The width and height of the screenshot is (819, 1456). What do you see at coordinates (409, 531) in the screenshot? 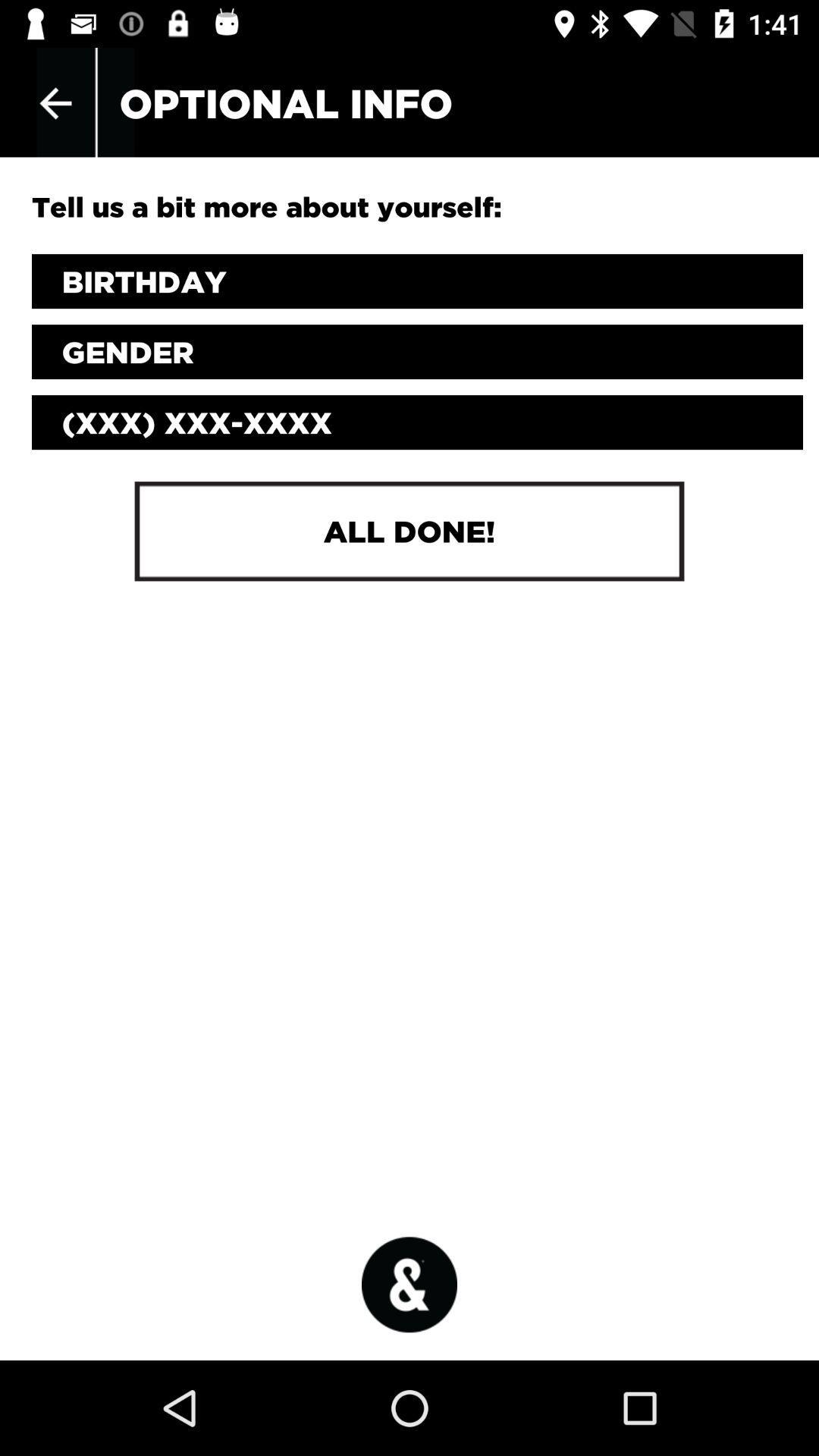
I see `item at the center` at bounding box center [409, 531].